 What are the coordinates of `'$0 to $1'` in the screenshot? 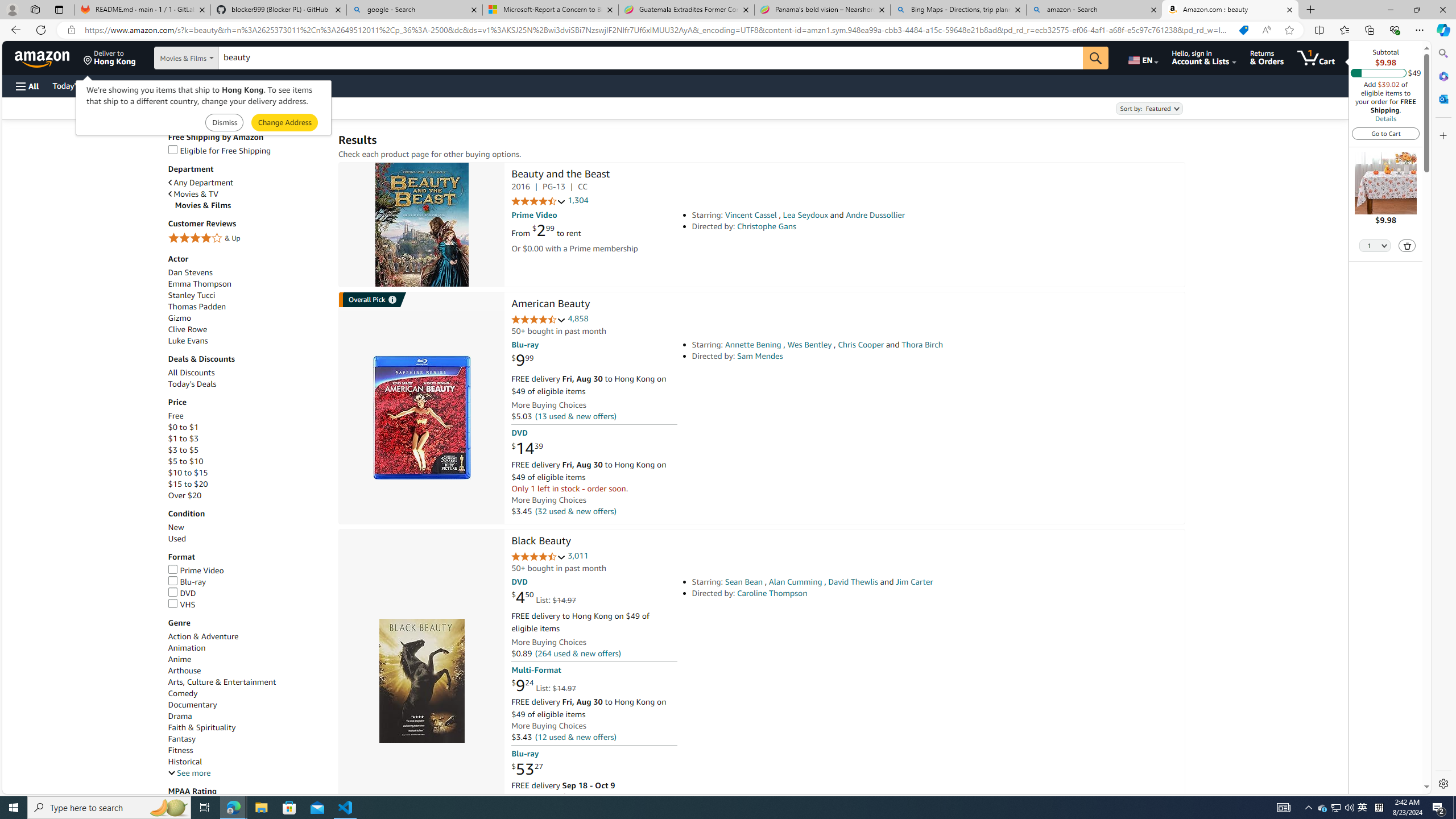 It's located at (183, 427).